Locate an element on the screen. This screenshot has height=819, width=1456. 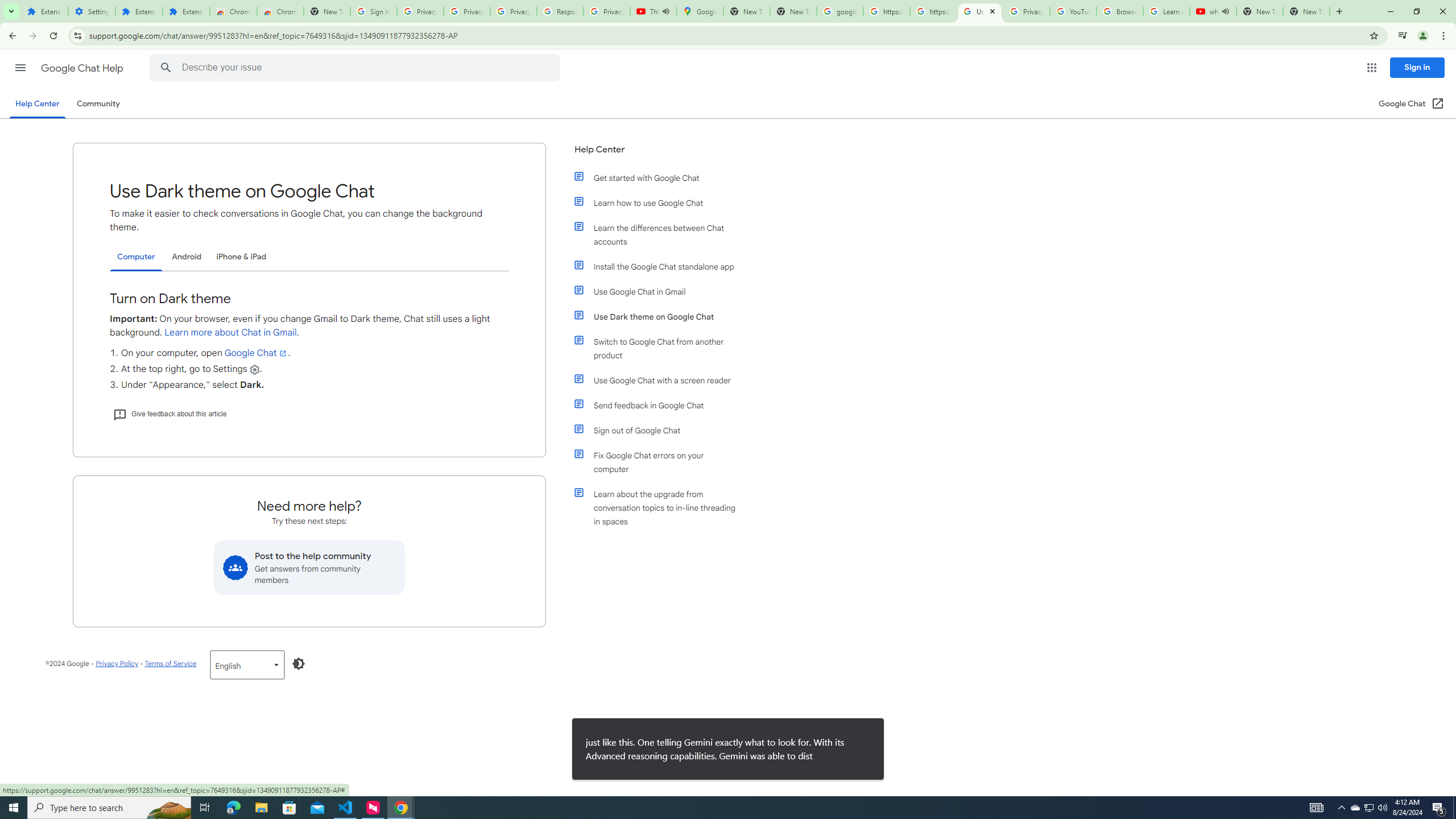
'Google Chat (Open in a new window)' is located at coordinates (1410, 103).